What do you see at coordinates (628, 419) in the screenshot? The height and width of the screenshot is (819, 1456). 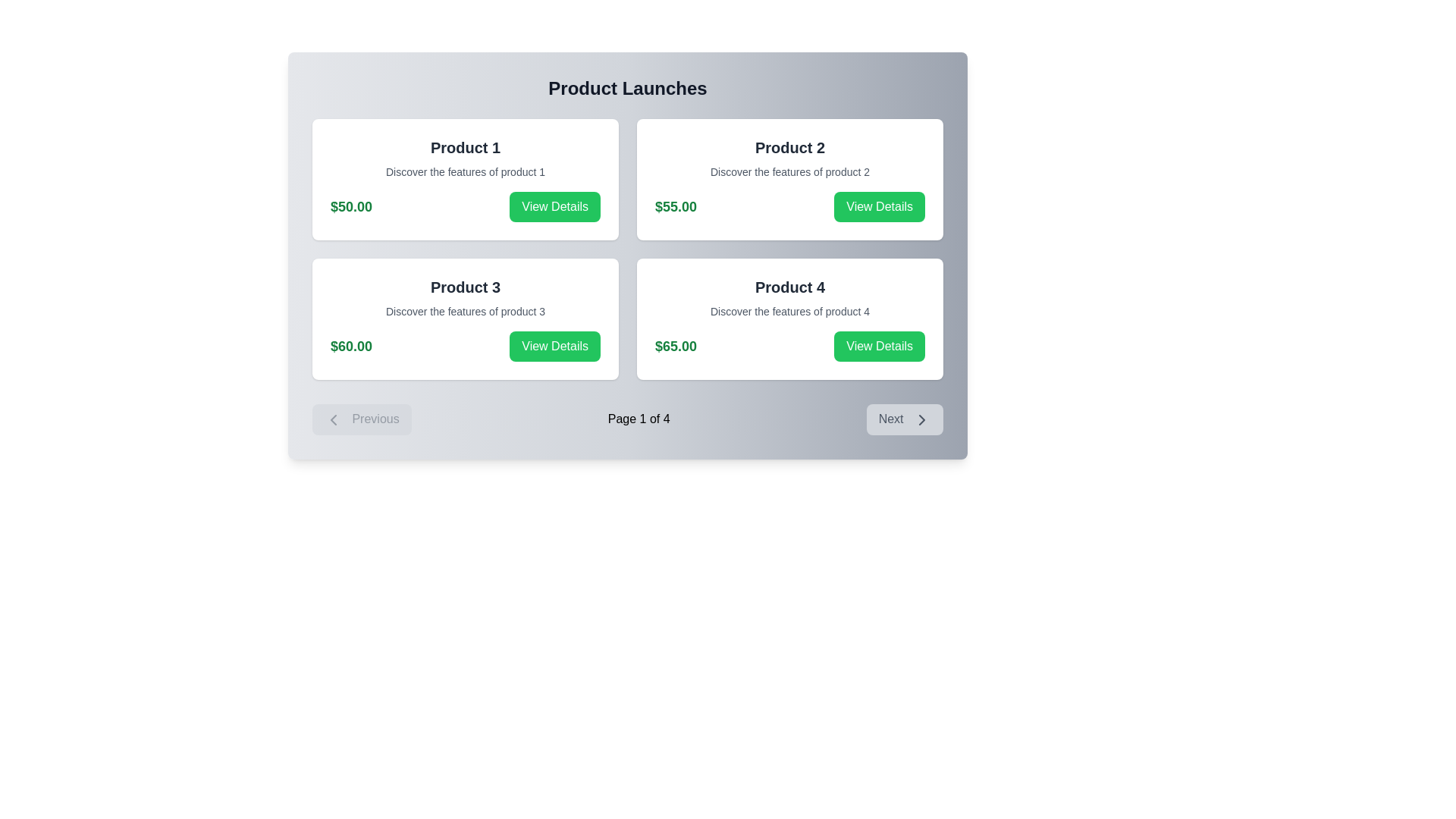 I see `page information displayed on the horizontal pagination control at the bottom of the product listing page, which shows 'Page 1 of 4'` at bounding box center [628, 419].